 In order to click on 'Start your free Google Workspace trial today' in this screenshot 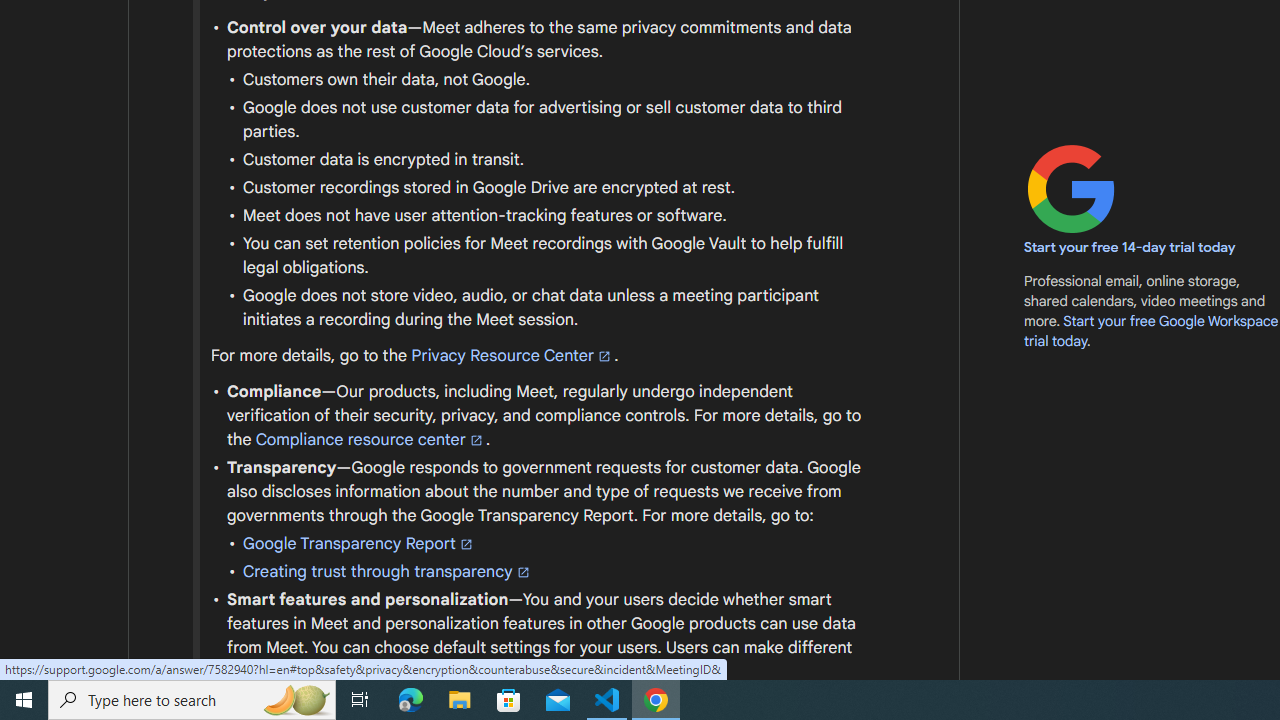, I will do `click(1151, 329)`.